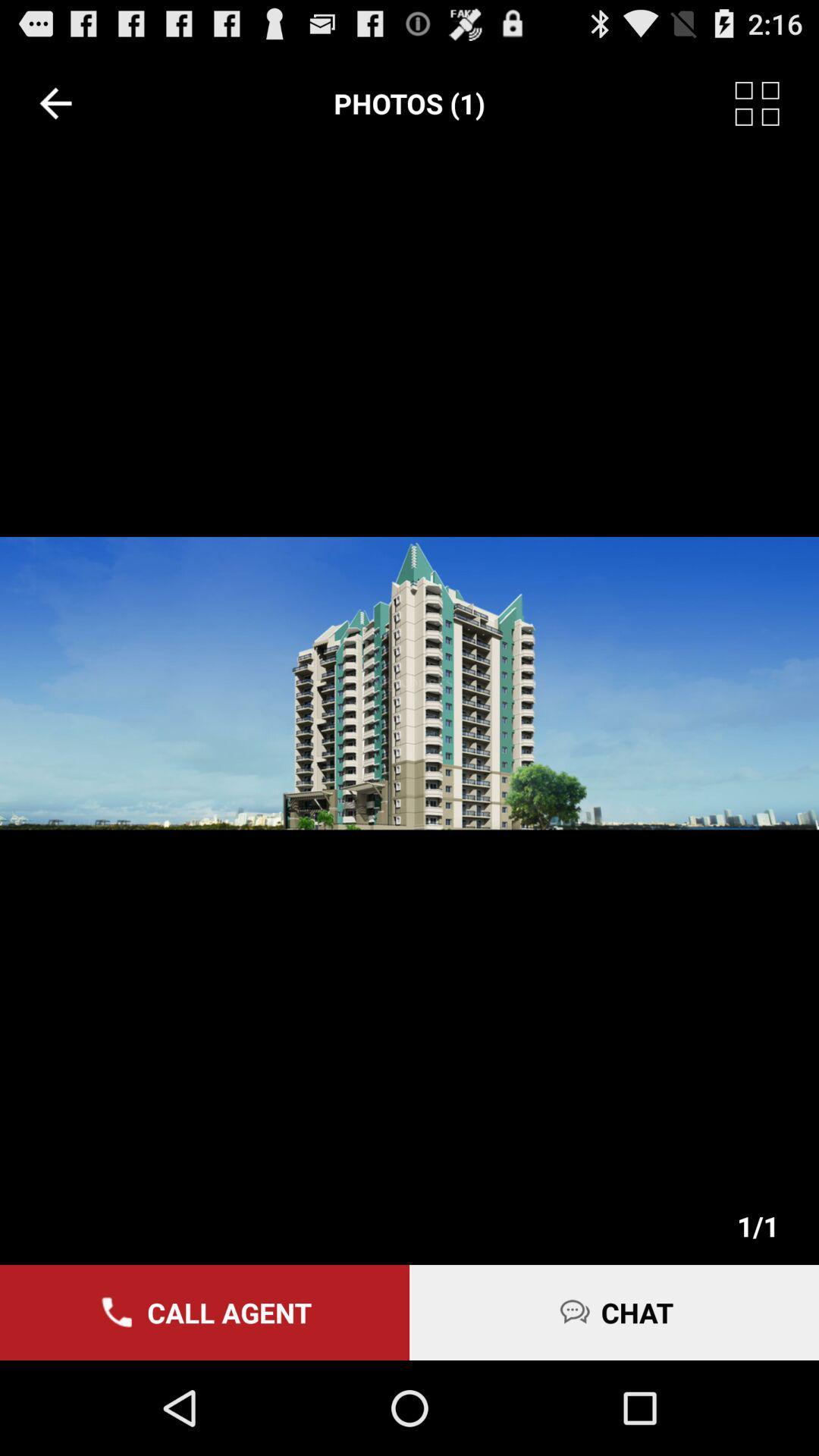  I want to click on item at the top left corner, so click(55, 102).